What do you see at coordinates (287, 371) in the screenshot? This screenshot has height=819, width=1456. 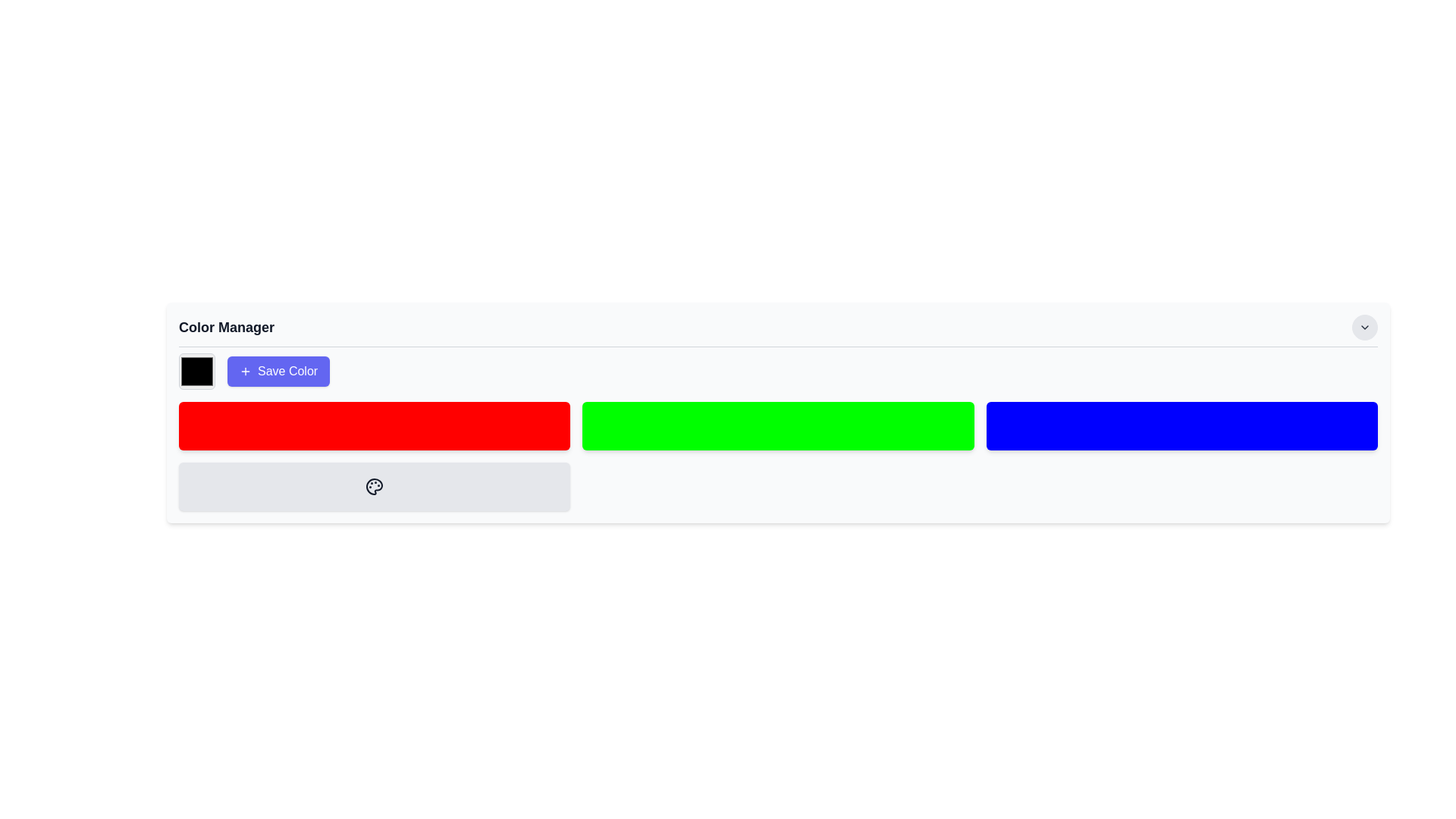 I see `the label indicating the purpose of the button for saving a color, located near the top-right side of the visible area, next to a black square` at bounding box center [287, 371].